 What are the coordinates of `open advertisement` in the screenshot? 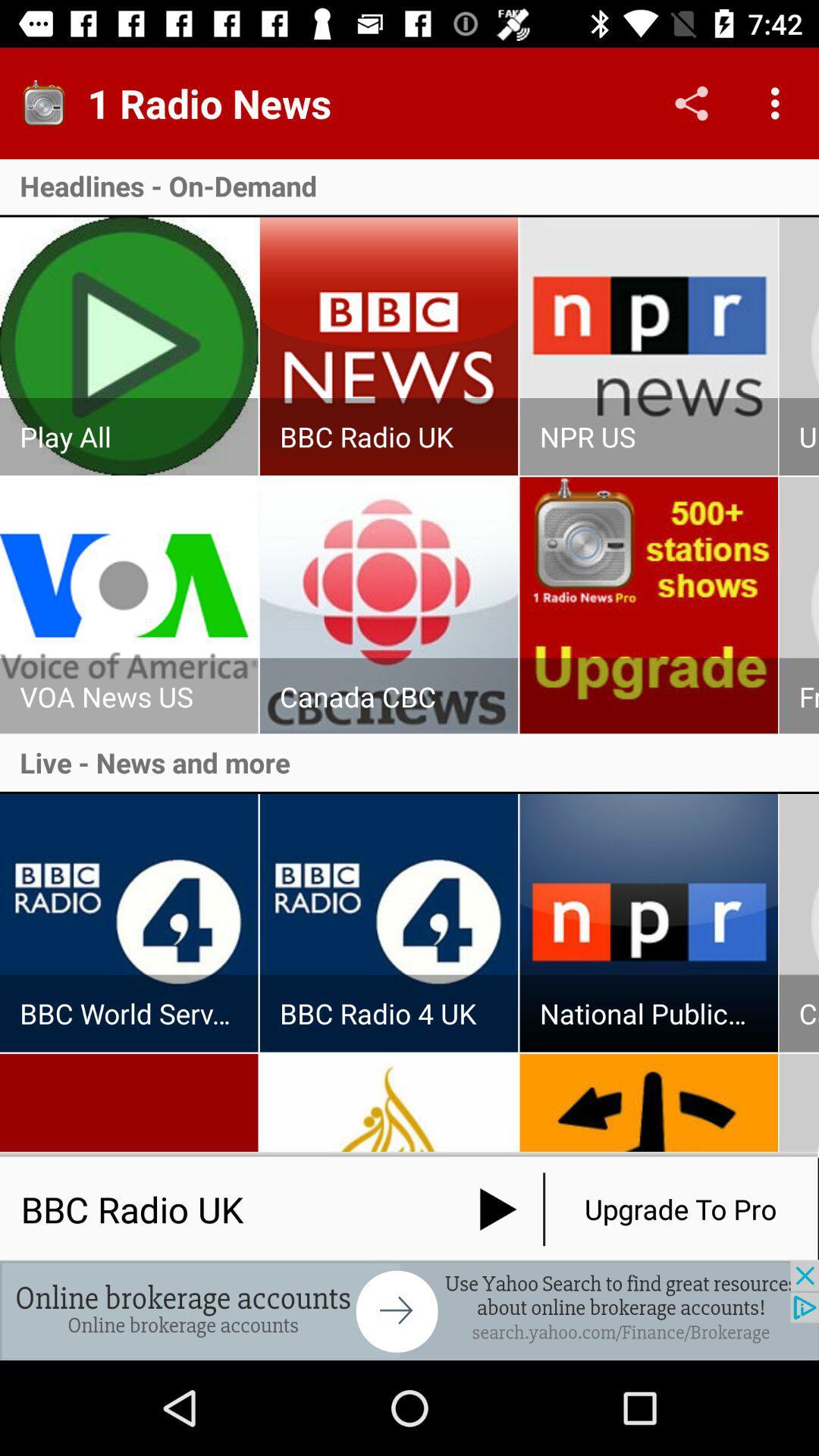 It's located at (409, 1310).